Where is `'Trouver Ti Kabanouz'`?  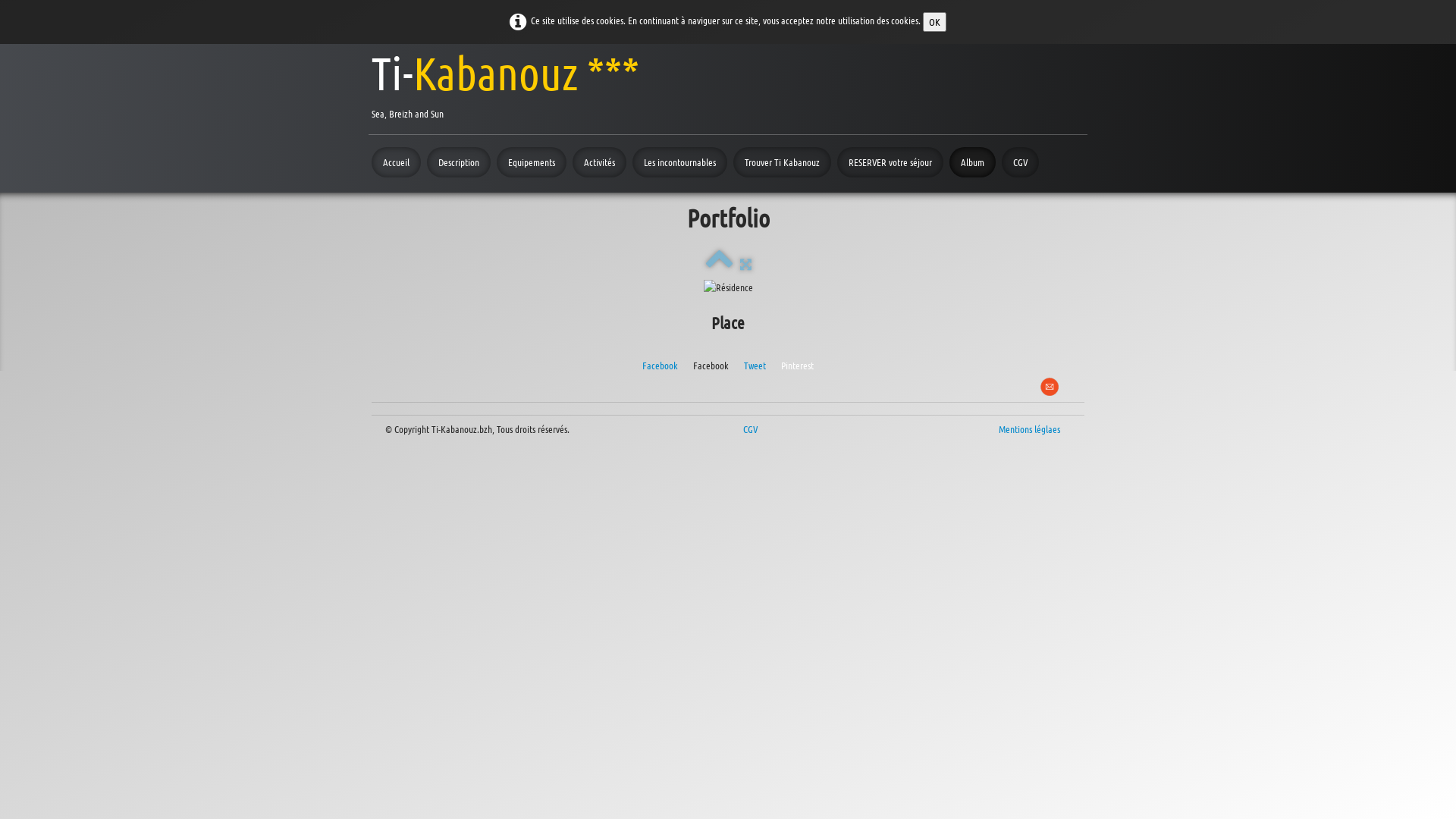
'Trouver Ti Kabanouz' is located at coordinates (782, 162).